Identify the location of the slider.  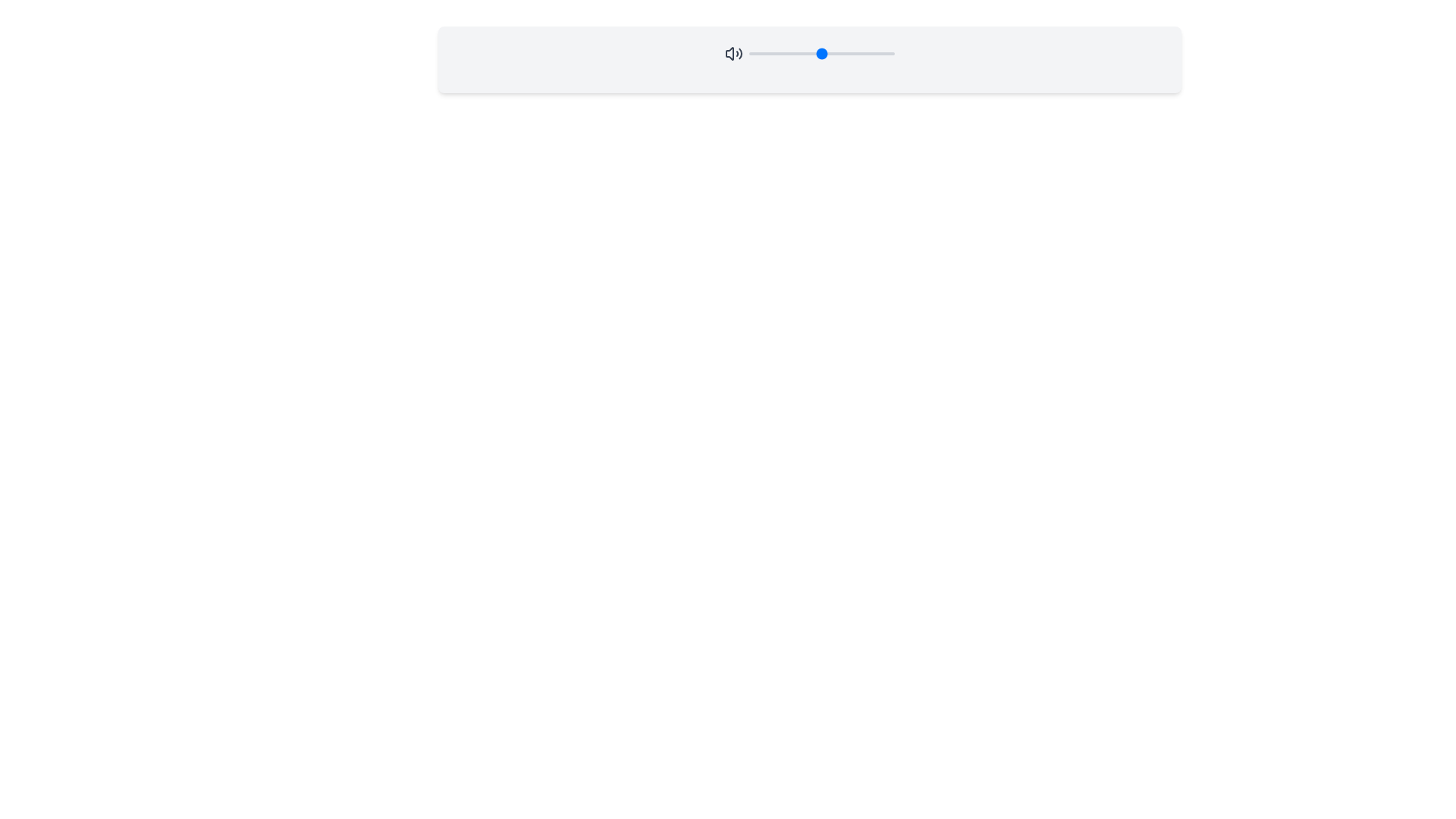
(855, 52).